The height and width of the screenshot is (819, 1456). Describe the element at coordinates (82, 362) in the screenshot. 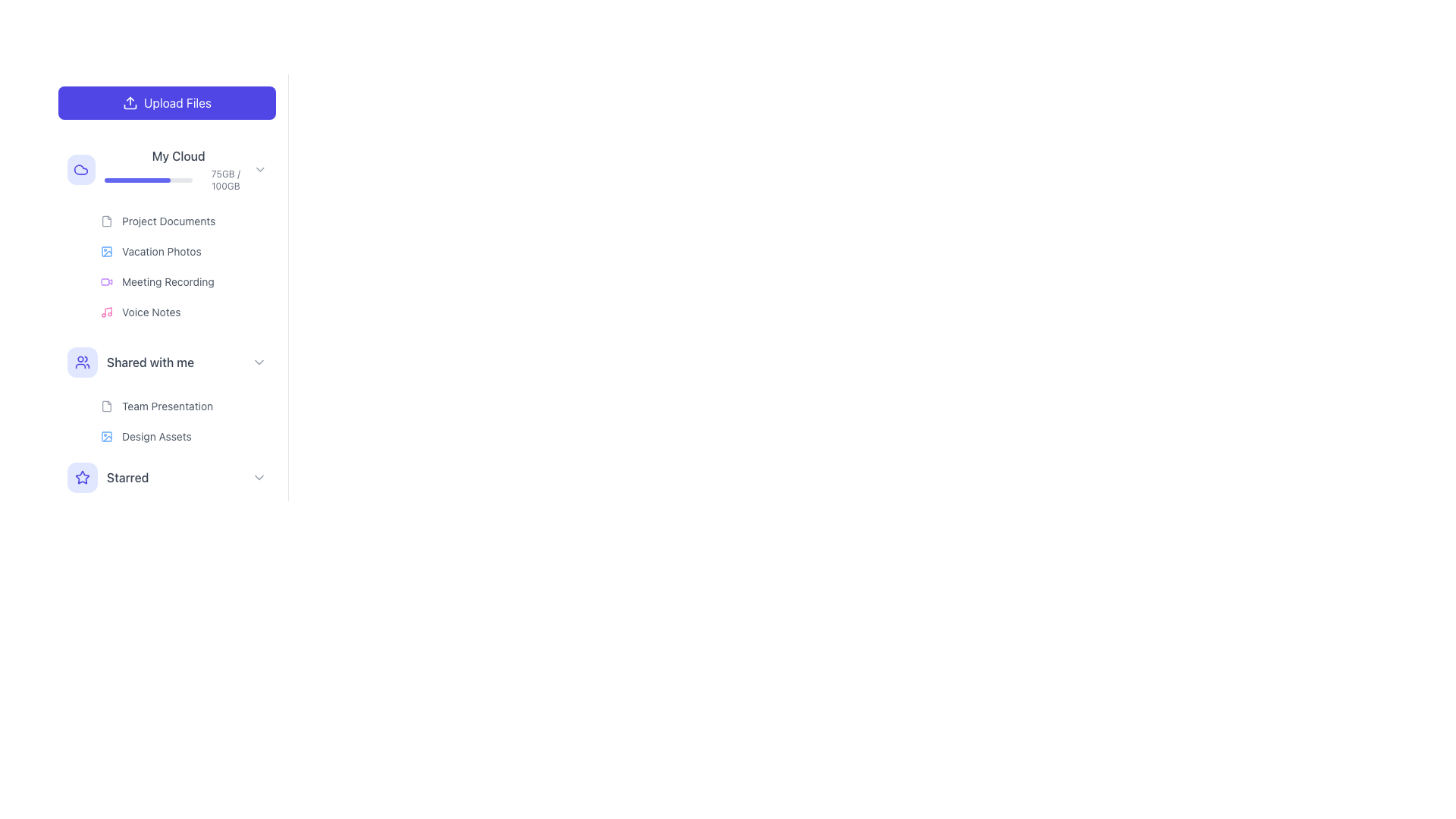

I see `the 'users' or 'group' icon under the 'Shared with me' section` at that location.